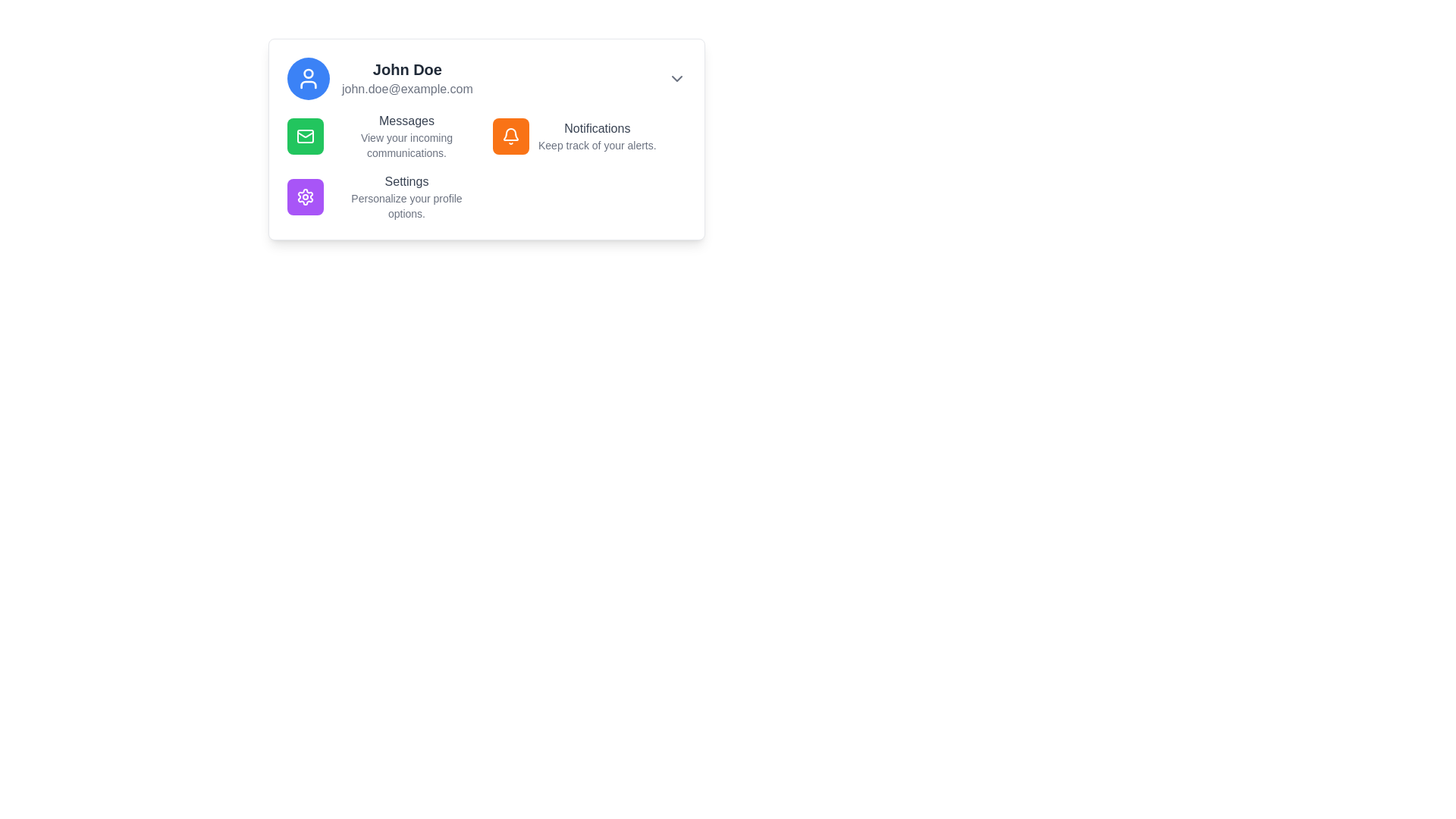 The width and height of the screenshot is (1456, 819). Describe the element at coordinates (588, 136) in the screenshot. I see `the 'Notifications' button, which features an orange icon with a white bell symbol and is positioned in the top-right quarter of the grid layout` at that location.